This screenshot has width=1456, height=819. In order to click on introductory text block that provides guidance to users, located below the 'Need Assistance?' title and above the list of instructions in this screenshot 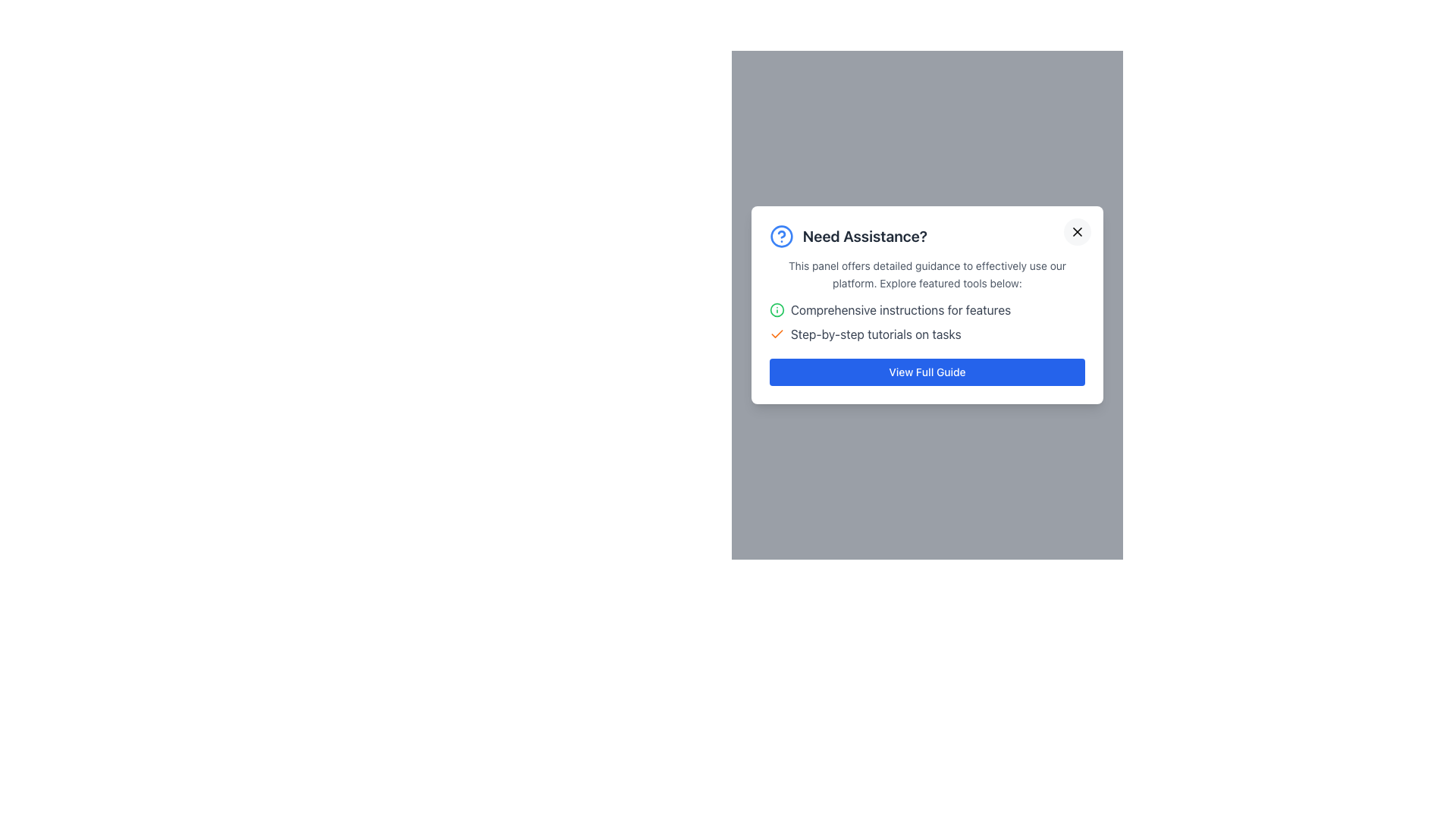, I will do `click(927, 275)`.